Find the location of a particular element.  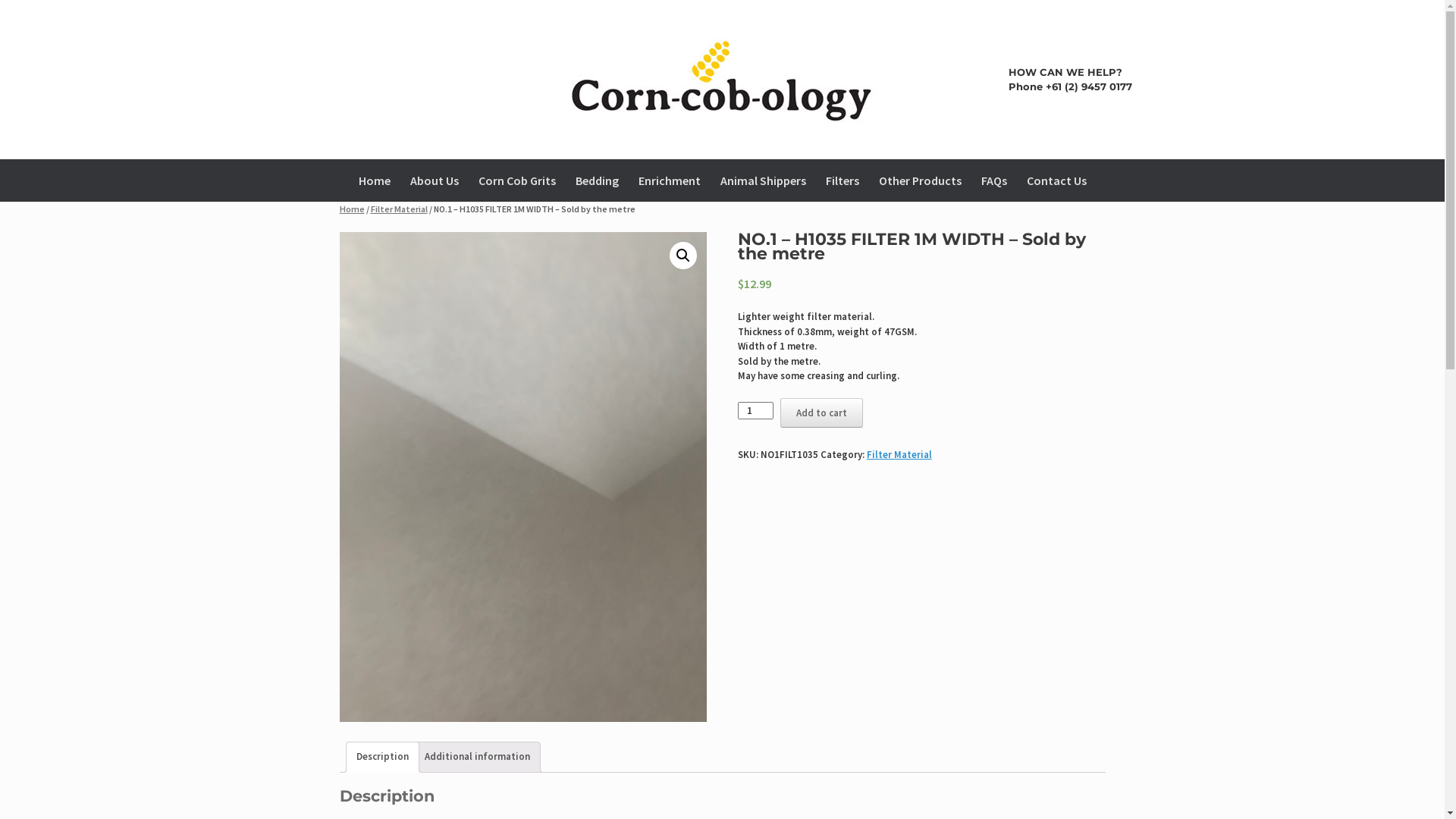

'Additional information' is located at coordinates (476, 757).